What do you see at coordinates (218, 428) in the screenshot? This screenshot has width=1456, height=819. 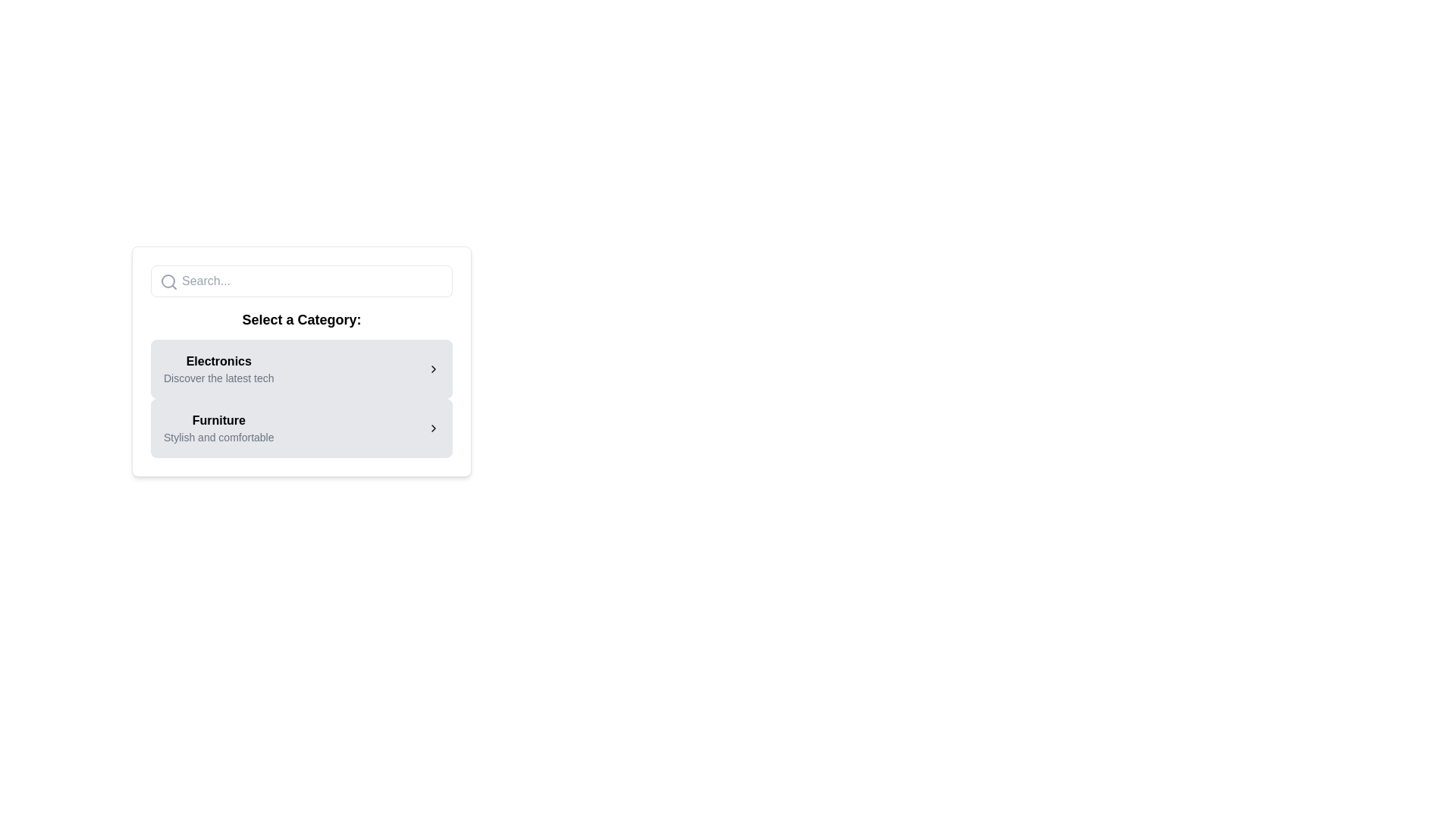 I see `the 'Furniture' category text label, which is the second item in the list below the 'Select a Category:' header and directly below the 'Electronics' card` at bounding box center [218, 428].